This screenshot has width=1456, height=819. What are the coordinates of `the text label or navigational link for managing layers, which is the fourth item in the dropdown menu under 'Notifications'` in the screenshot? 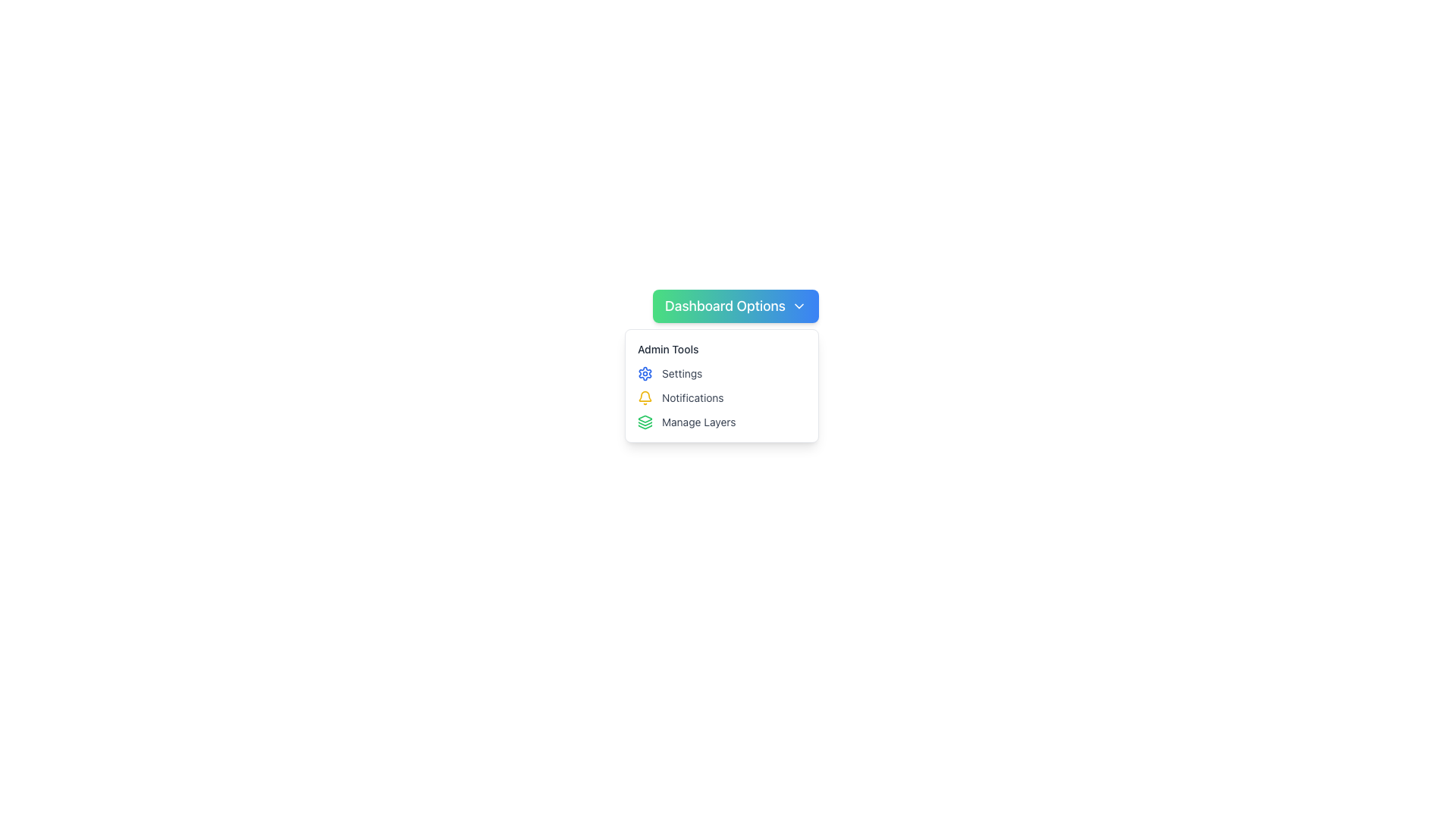 It's located at (698, 422).